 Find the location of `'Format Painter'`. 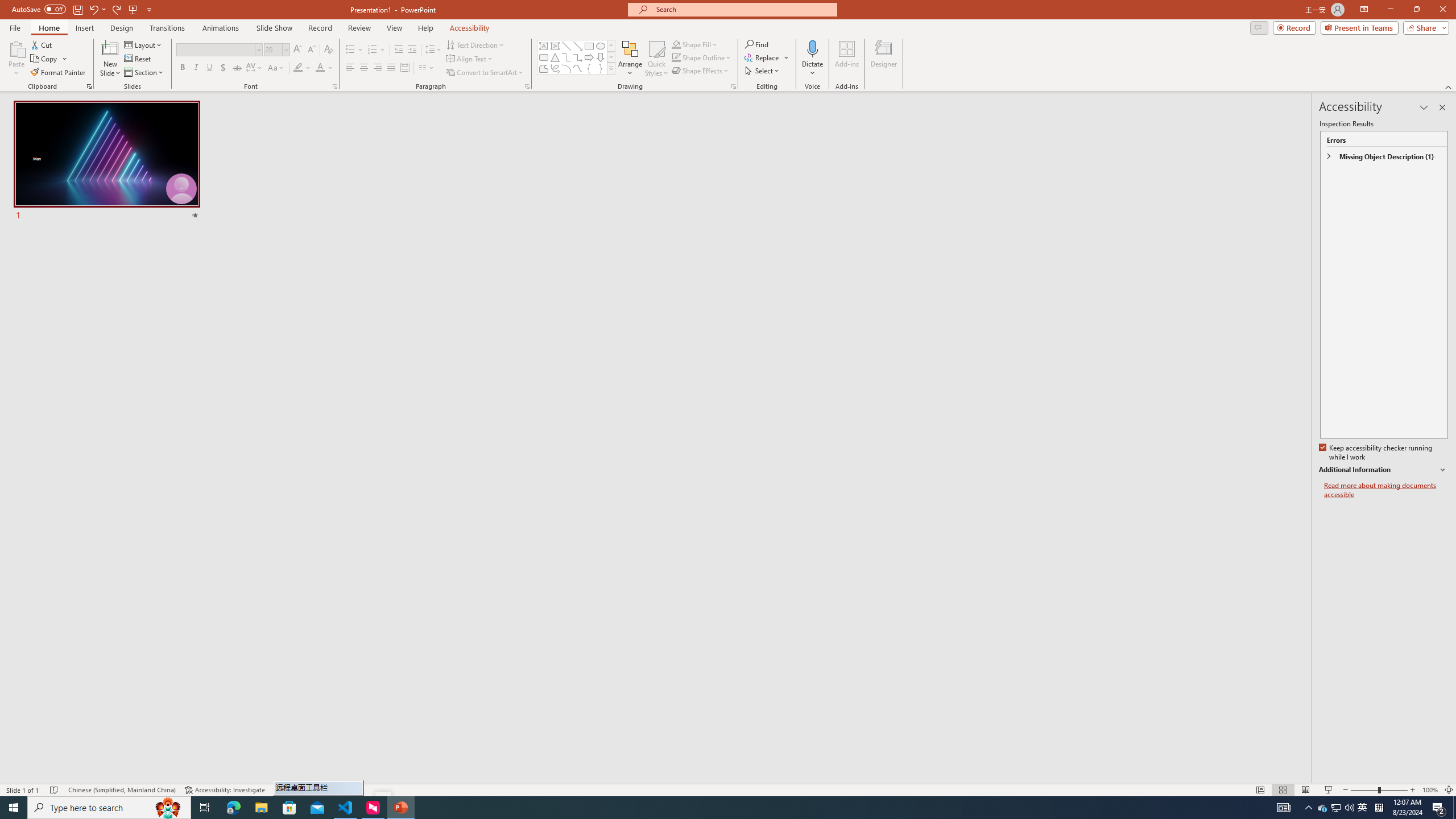

'Format Painter' is located at coordinates (58, 72).